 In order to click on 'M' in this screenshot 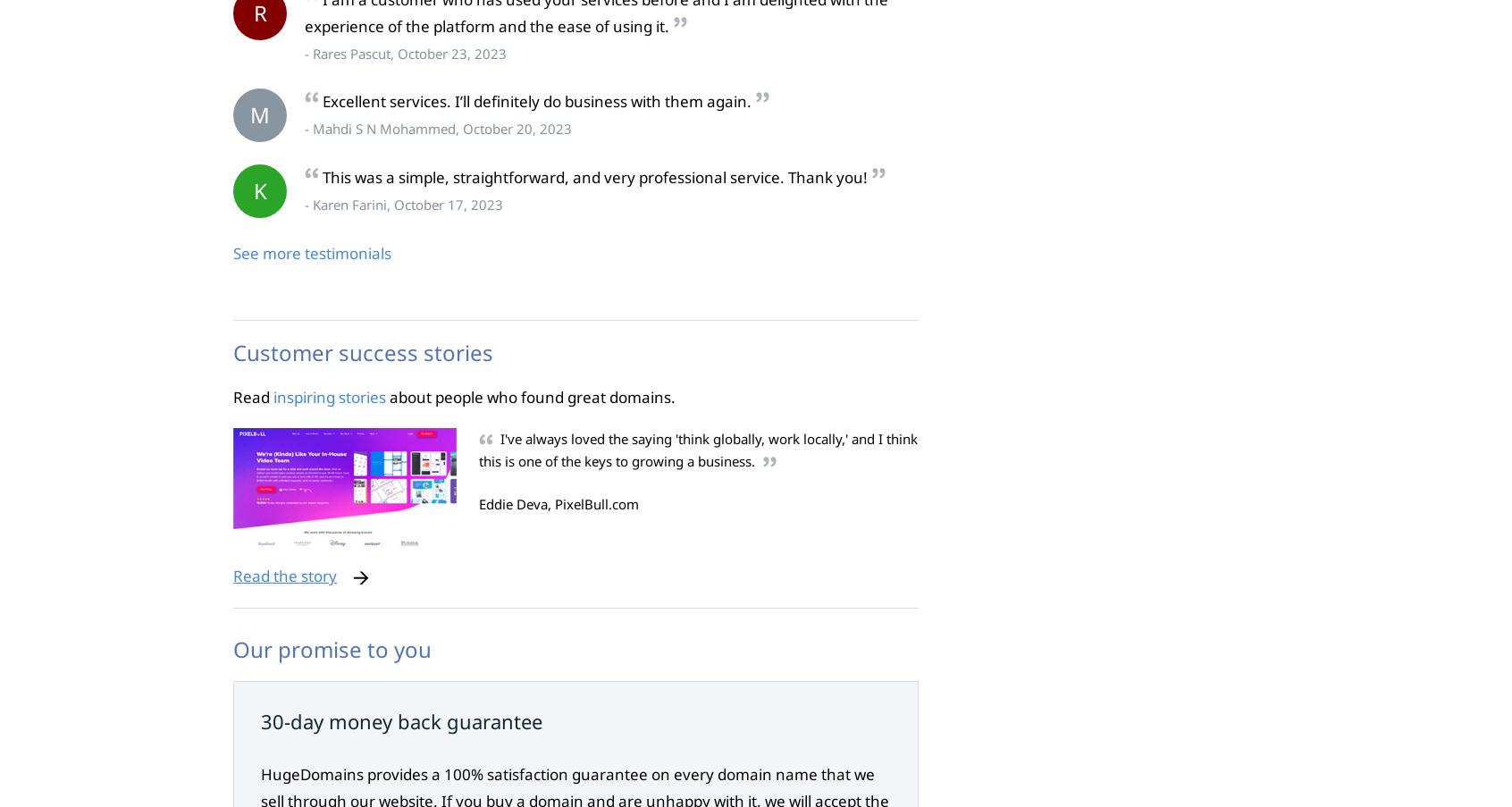, I will do `click(259, 114)`.